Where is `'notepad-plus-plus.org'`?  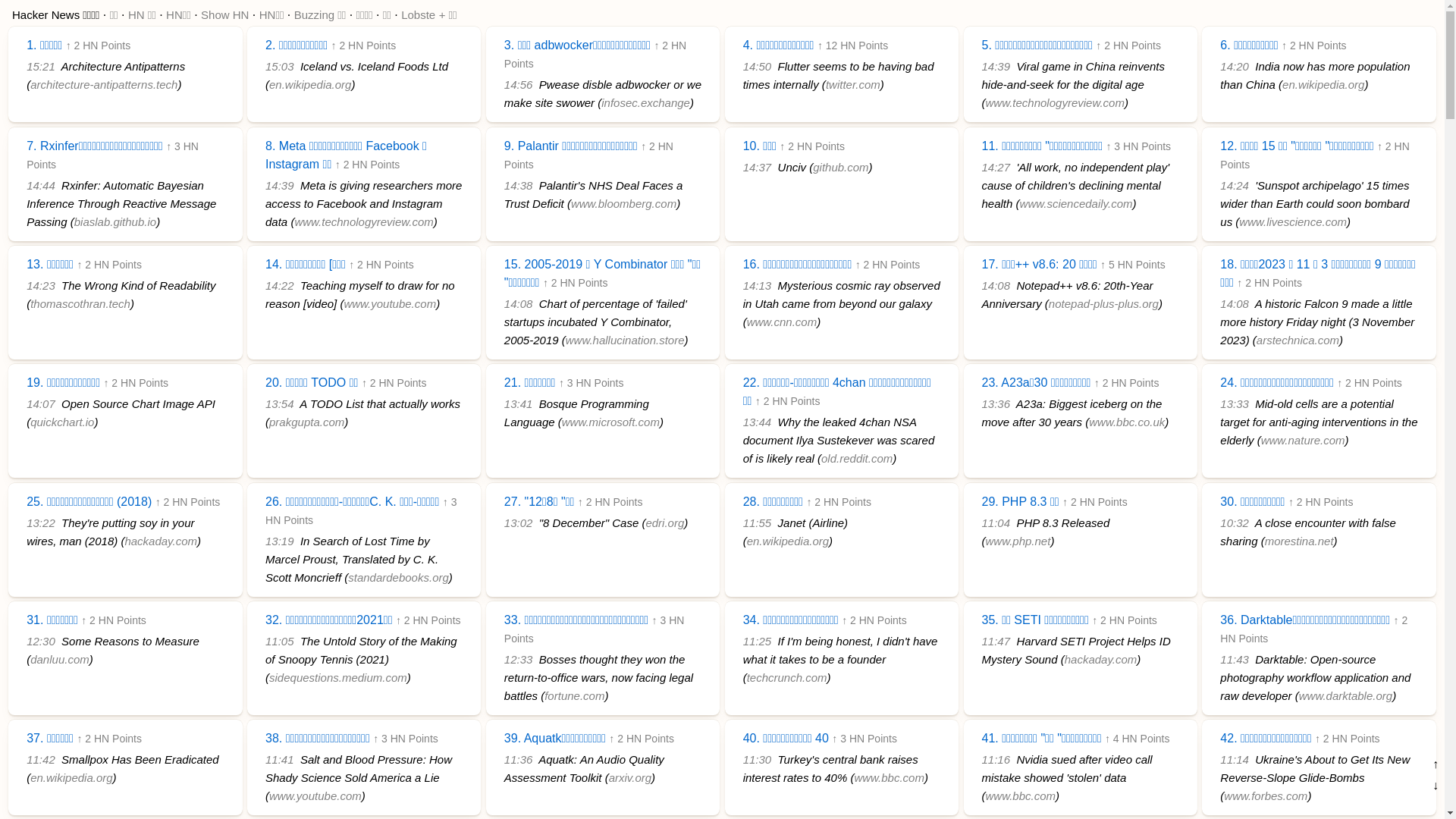
'notepad-plus-plus.org' is located at coordinates (1103, 303).